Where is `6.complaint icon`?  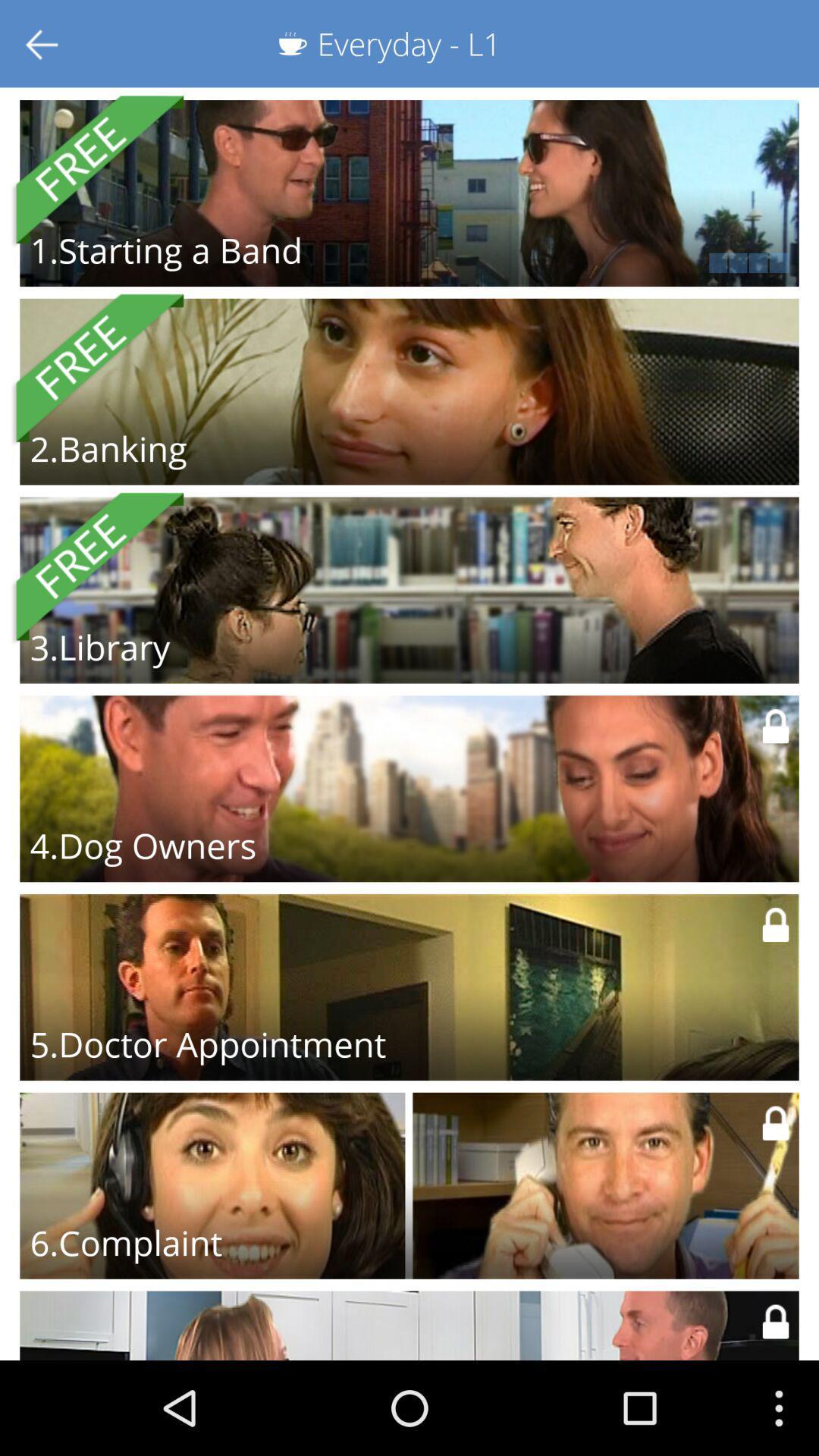
6.complaint icon is located at coordinates (125, 1242).